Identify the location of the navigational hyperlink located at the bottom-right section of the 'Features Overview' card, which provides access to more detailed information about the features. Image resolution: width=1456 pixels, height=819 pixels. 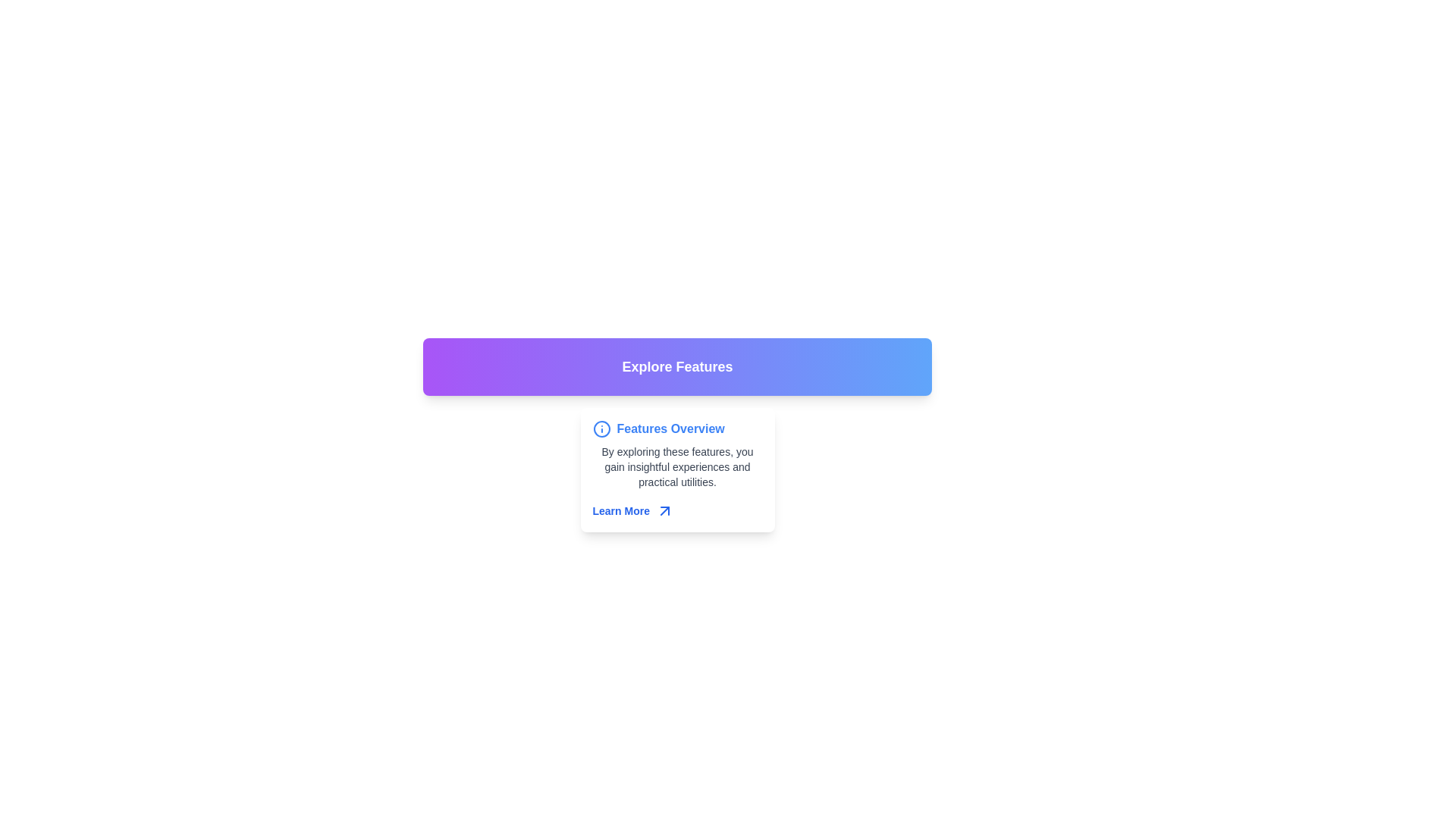
(676, 511).